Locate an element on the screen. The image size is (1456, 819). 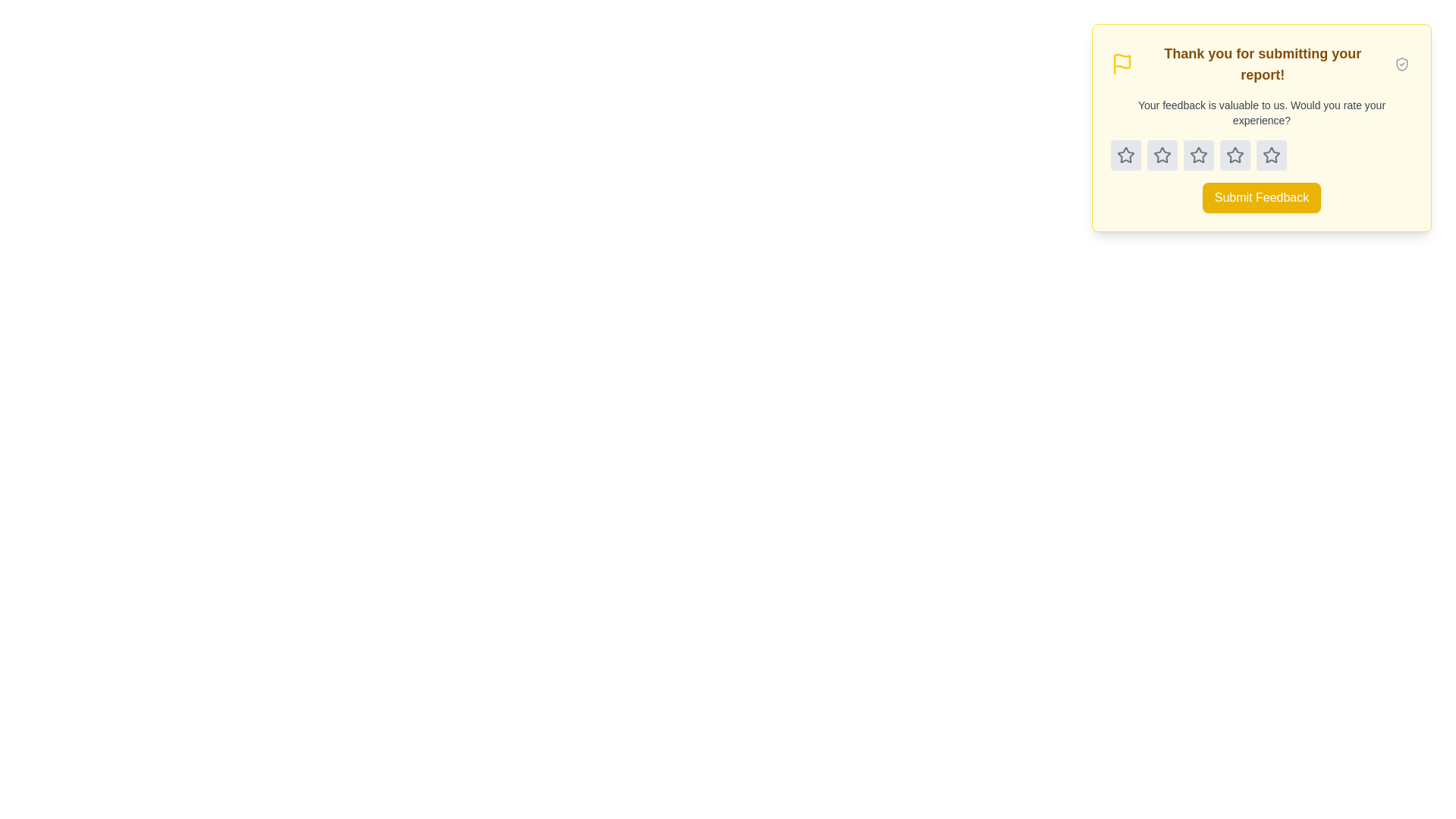
the close button to hide the notification is located at coordinates (1401, 63).